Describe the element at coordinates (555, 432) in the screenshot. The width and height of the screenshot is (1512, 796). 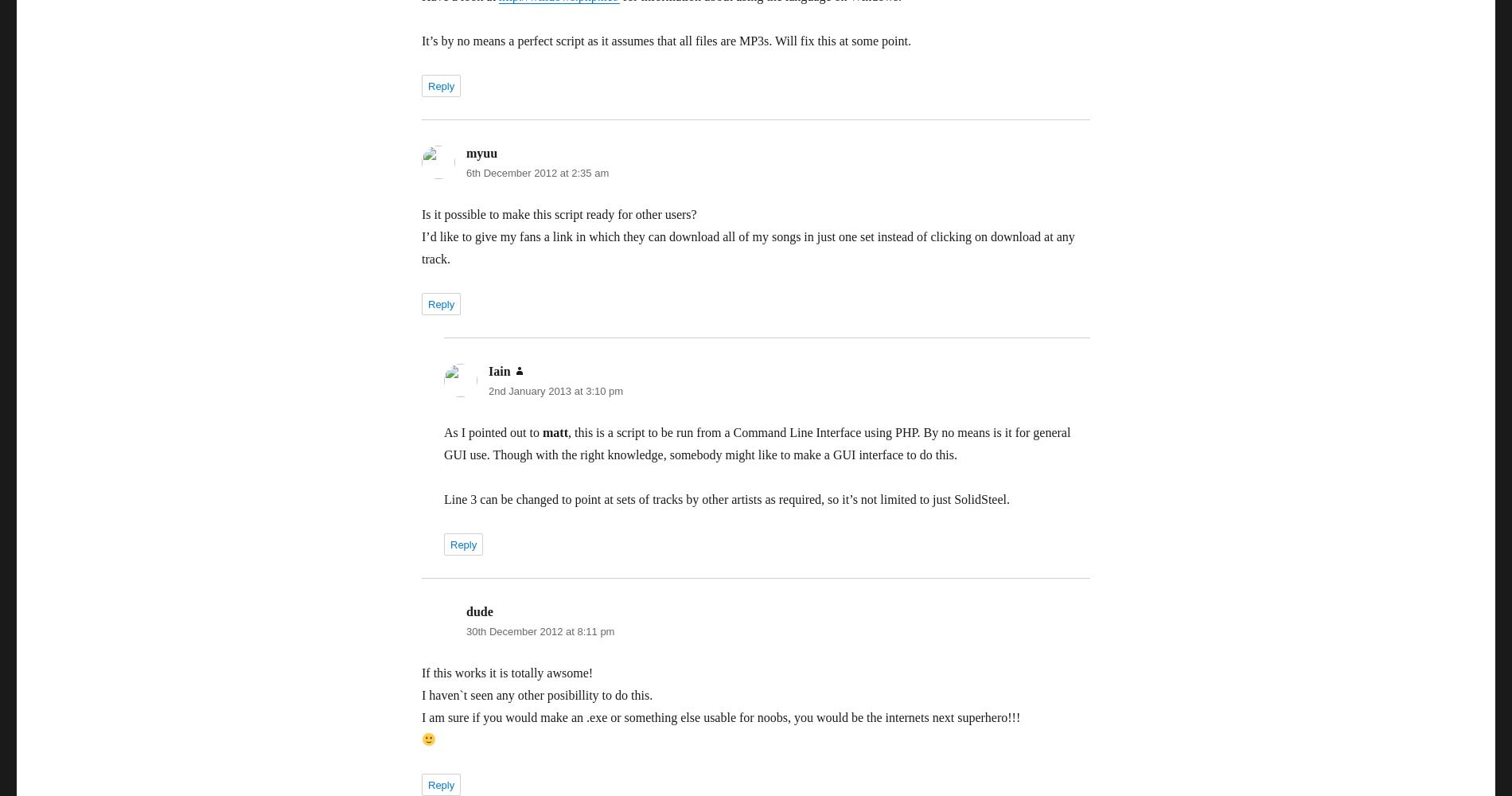
I see `'matt'` at that location.